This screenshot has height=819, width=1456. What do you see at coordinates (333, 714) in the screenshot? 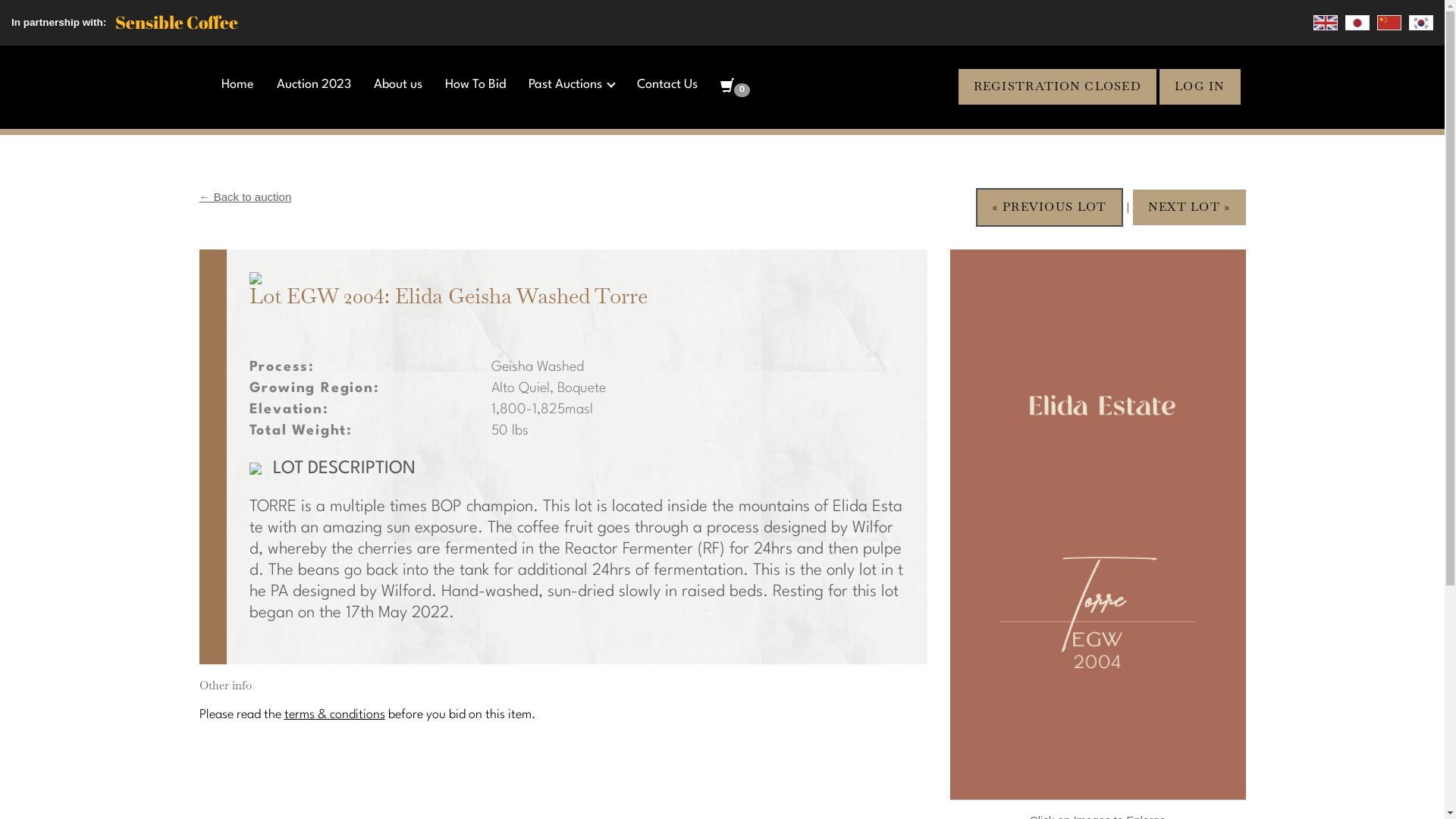
I see `'terms & conditions'` at bounding box center [333, 714].